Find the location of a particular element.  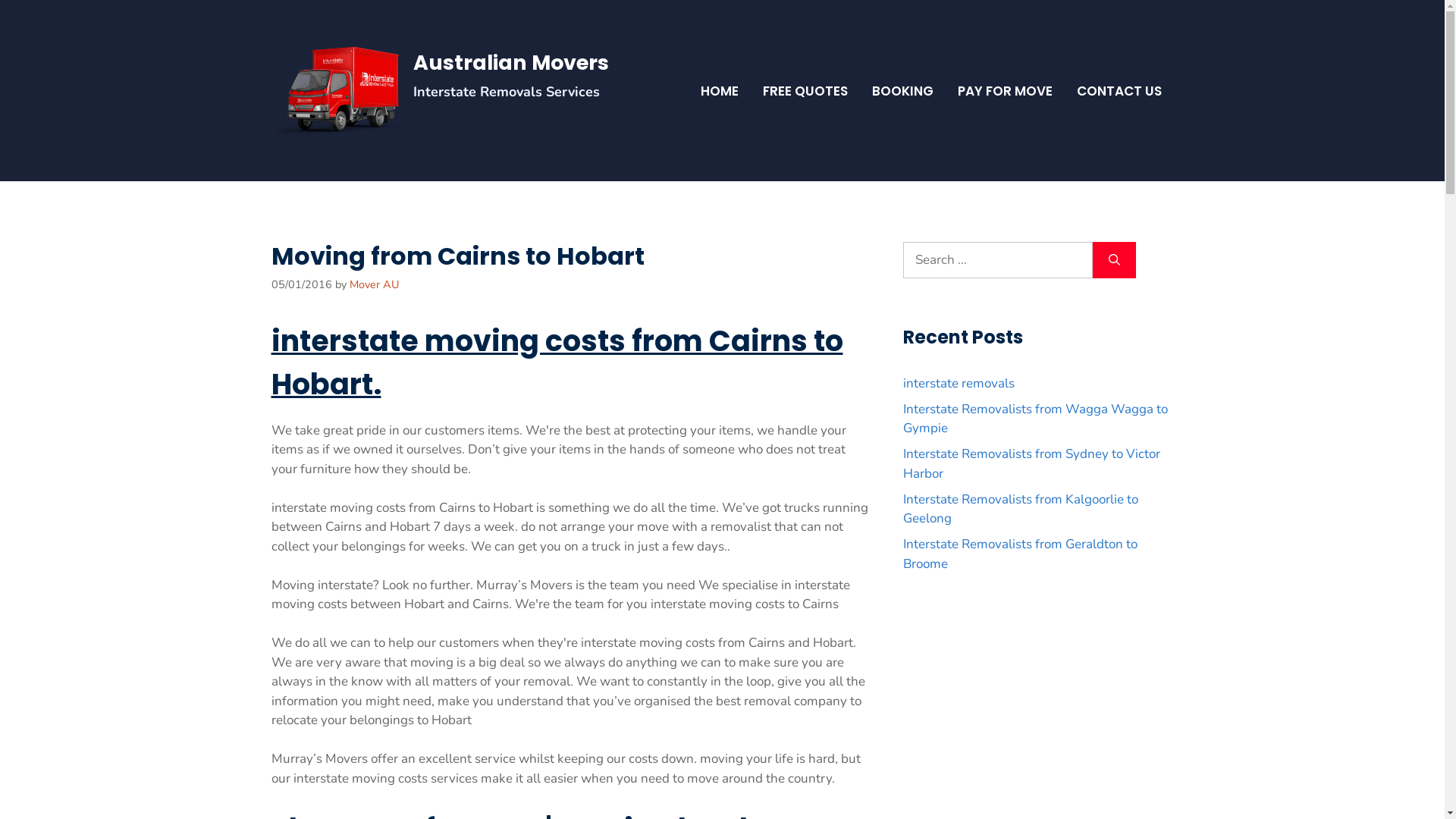

'Australian Movers' is located at coordinates (510, 61).